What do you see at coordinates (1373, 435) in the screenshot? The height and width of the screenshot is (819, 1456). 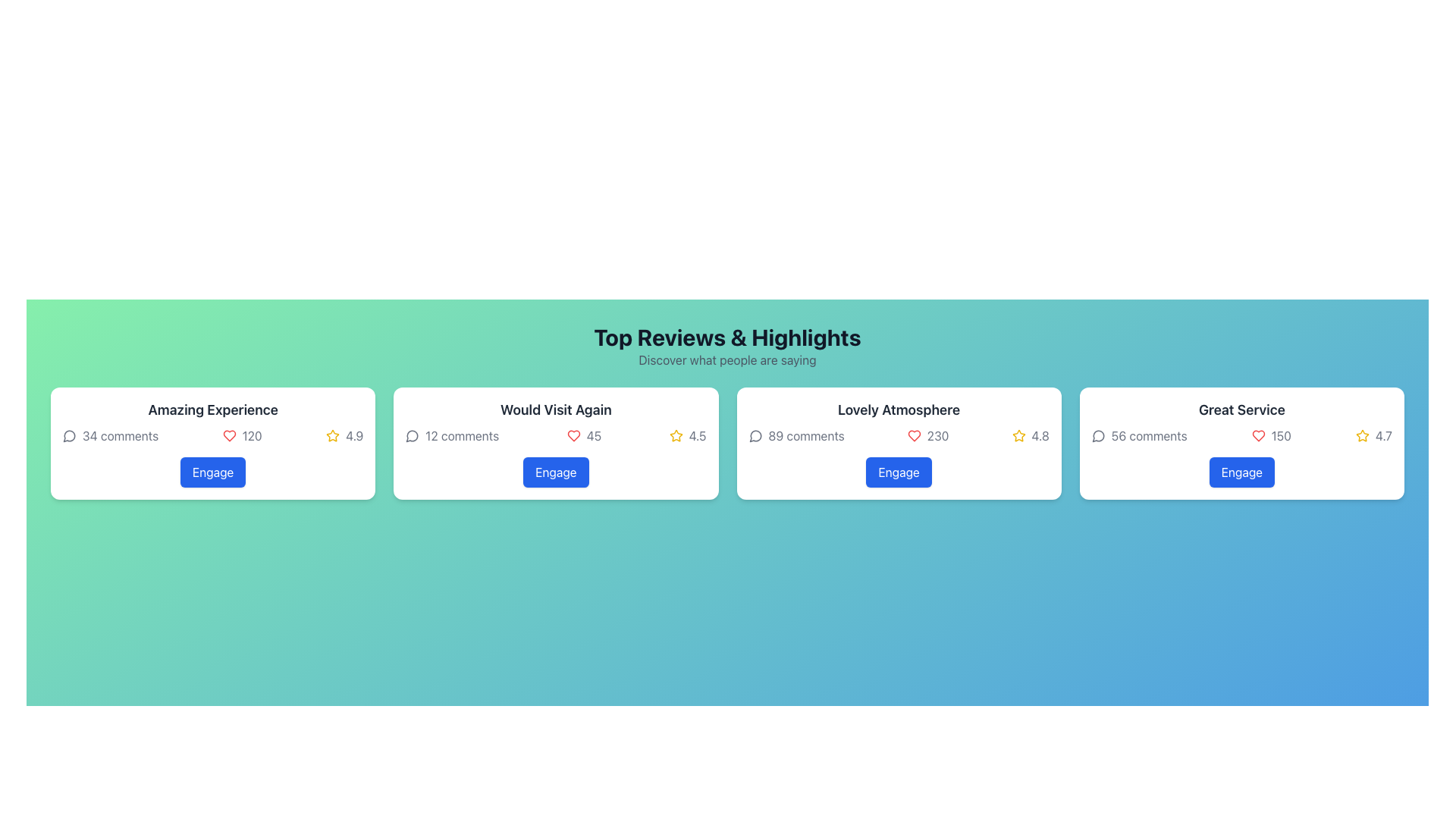 I see `the Rating Display element, which shows the numeric text '4.7' in gray next to a yellow star icon, located in the bottom-right section of the card under the 'Great Service' heading` at bounding box center [1373, 435].